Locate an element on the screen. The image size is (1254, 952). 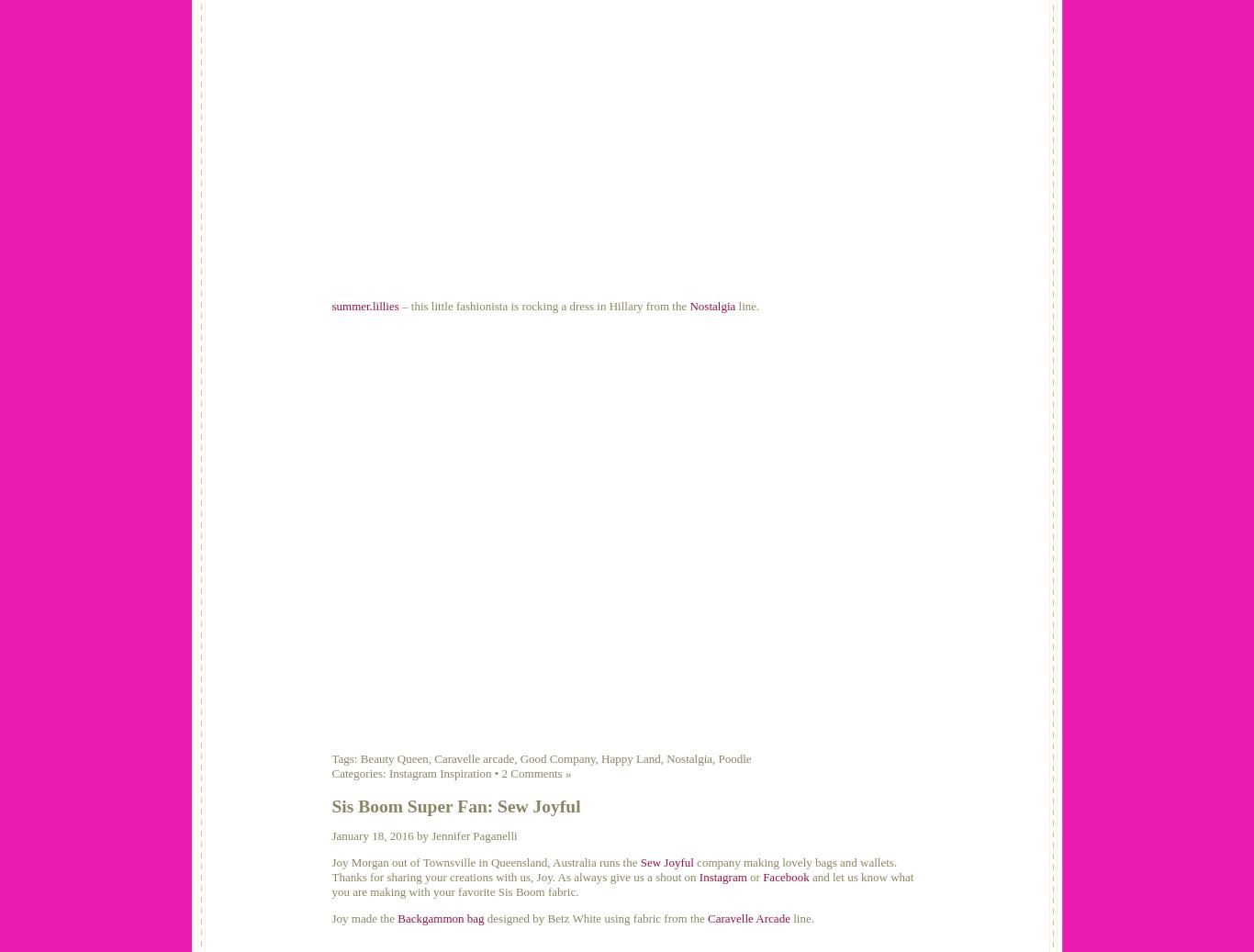
'Categories:' is located at coordinates (359, 773).